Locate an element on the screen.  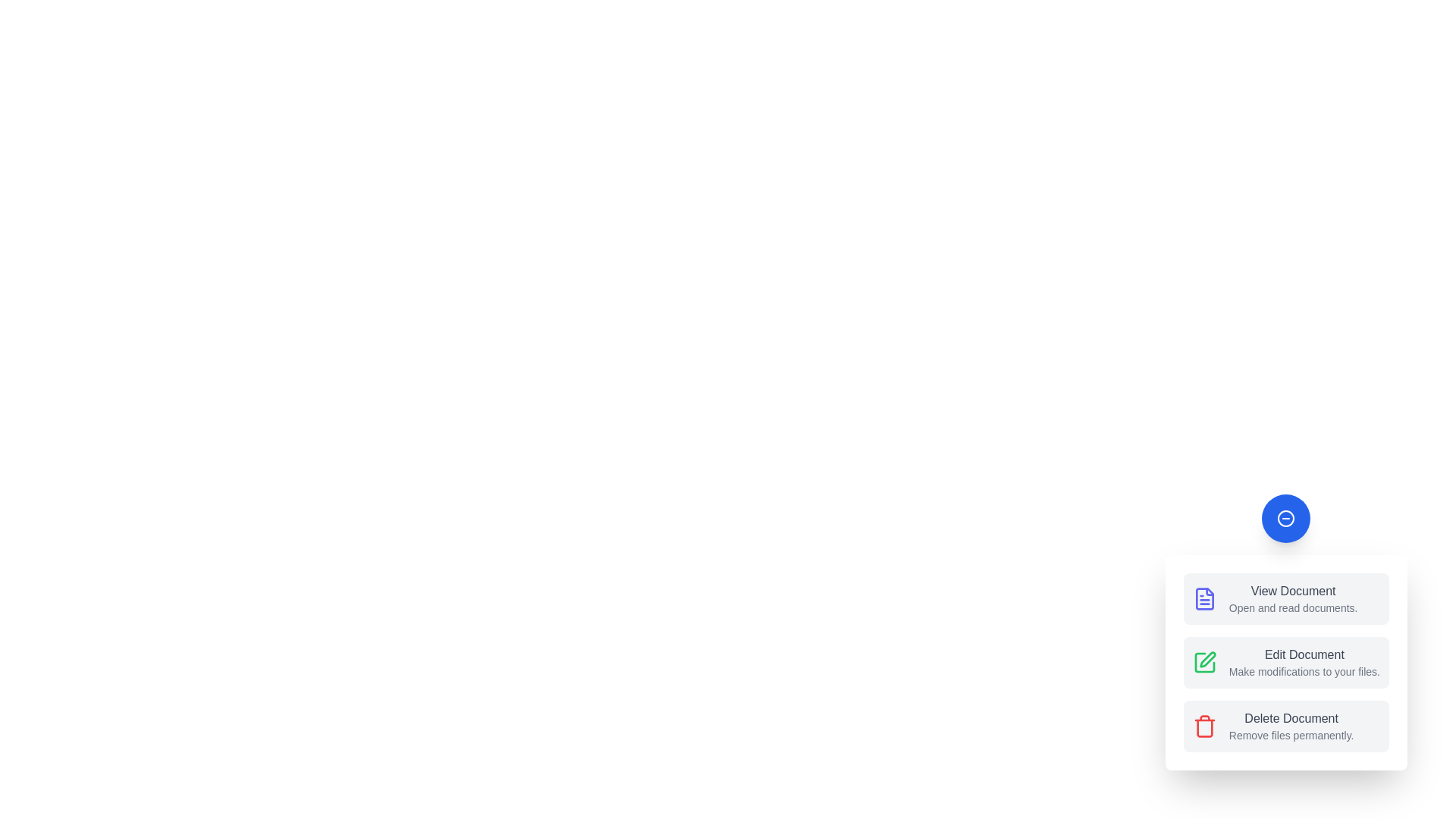
the menu option Edit Document from the speed dial menu is located at coordinates (1285, 662).